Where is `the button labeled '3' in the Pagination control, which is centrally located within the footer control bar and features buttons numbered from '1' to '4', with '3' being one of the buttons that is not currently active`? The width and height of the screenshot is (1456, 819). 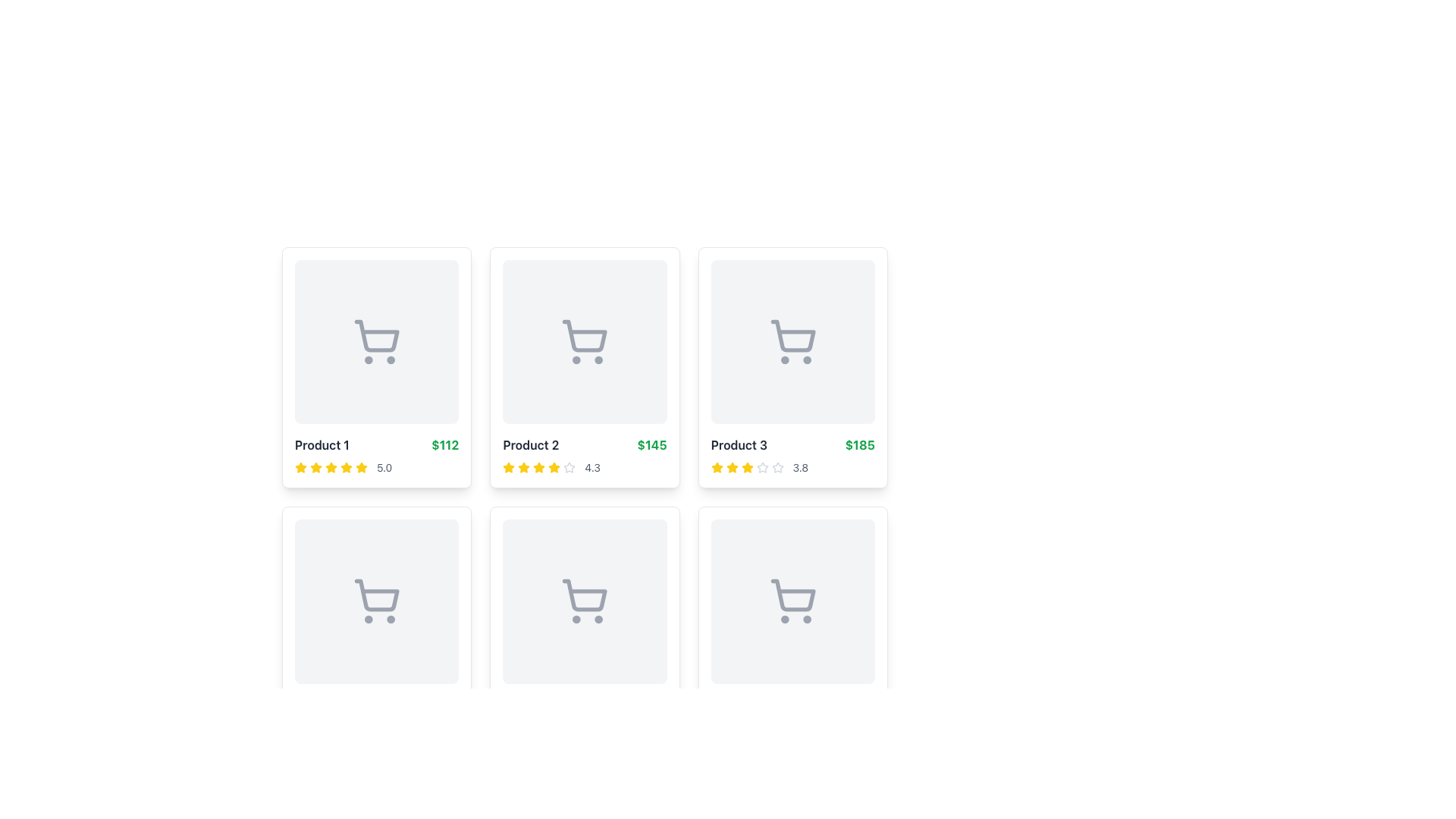 the button labeled '3' in the Pagination control, which is centrally located within the footer control bar and features buttons numbered from '1' to '4', with '3' being one of the buttons that is not currently active is located at coordinates (787, 794).